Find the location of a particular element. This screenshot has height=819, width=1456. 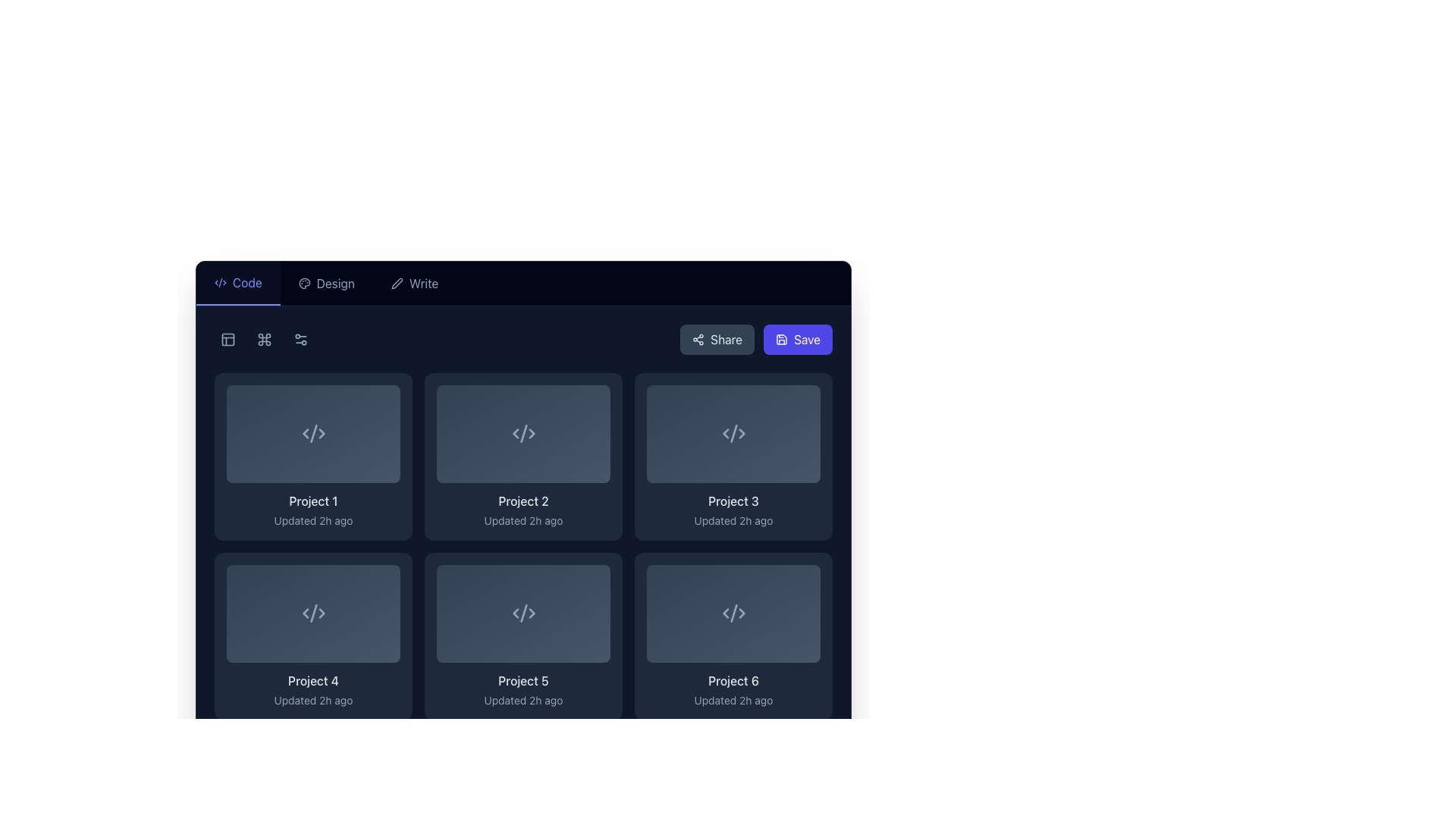

the icon located in the top-right corner of the 'Project 5' item to interact with related functions is located at coordinates (607, 567).